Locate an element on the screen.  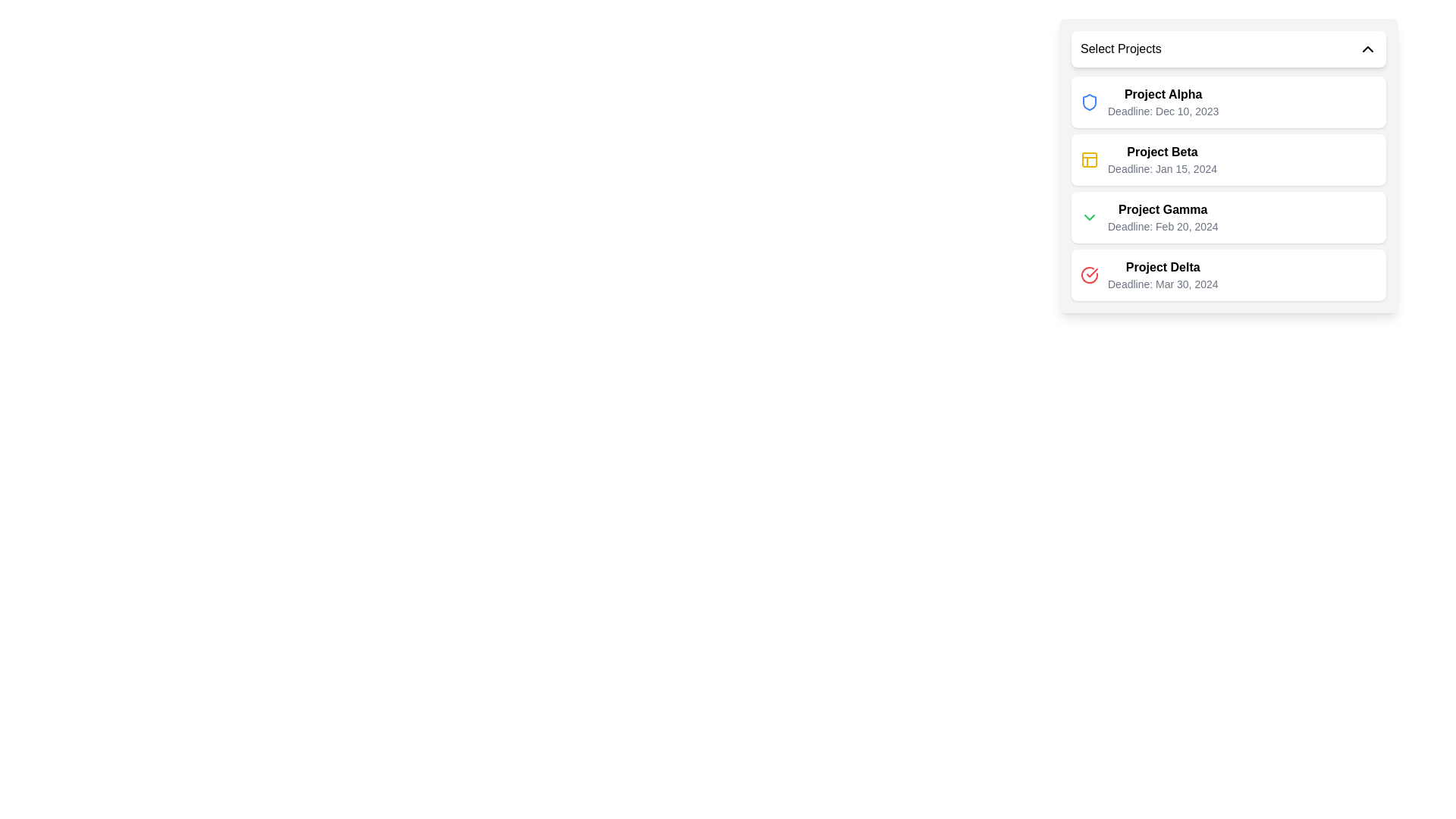
the shield-shaped blue icon located to the left of the project title 'Project Alpha' is located at coordinates (1088, 102).